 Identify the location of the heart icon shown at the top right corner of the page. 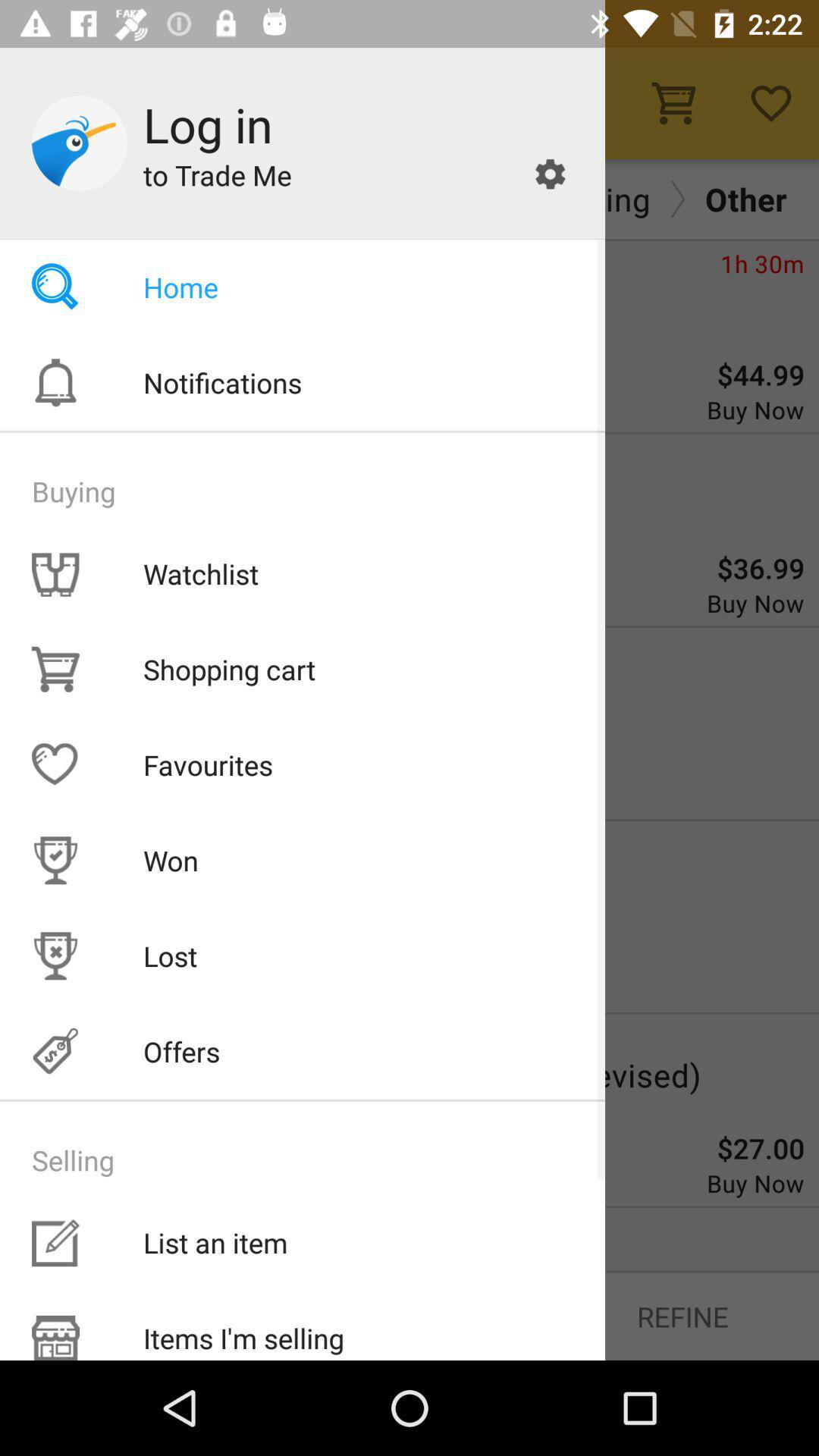
(771, 103).